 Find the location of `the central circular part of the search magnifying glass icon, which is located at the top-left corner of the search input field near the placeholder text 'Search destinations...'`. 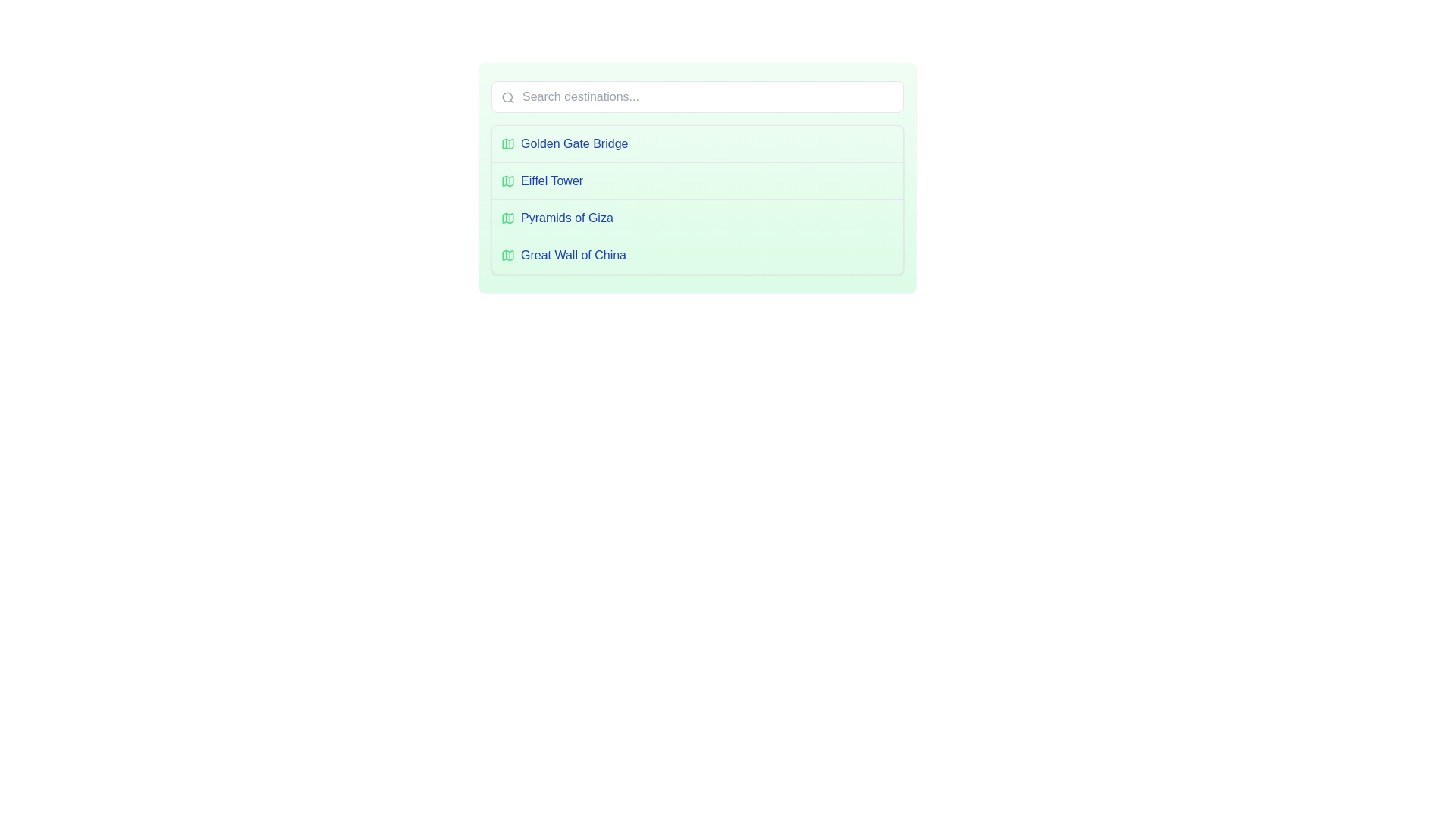

the central circular part of the search magnifying glass icon, which is located at the top-left corner of the search input field near the placeholder text 'Search destinations...' is located at coordinates (507, 97).